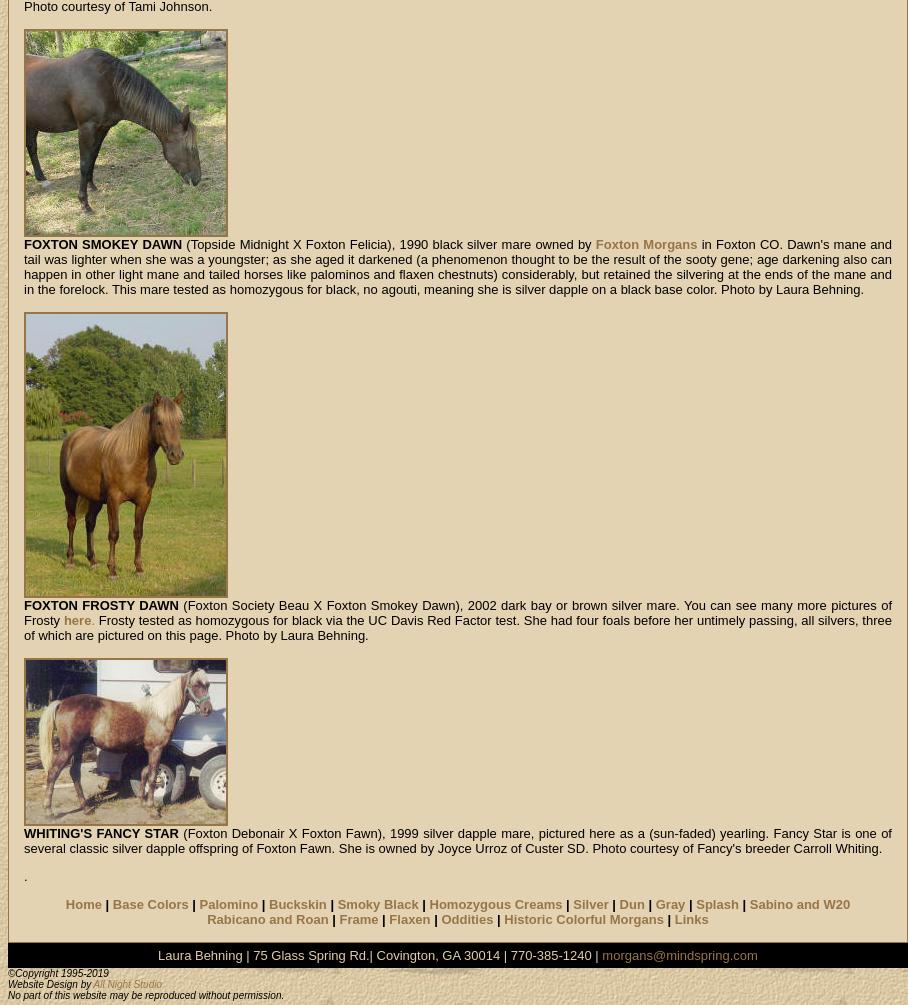 Image resolution: width=908 pixels, height=1005 pixels. Describe the element at coordinates (227, 903) in the screenshot. I see `'Palomino'` at that location.